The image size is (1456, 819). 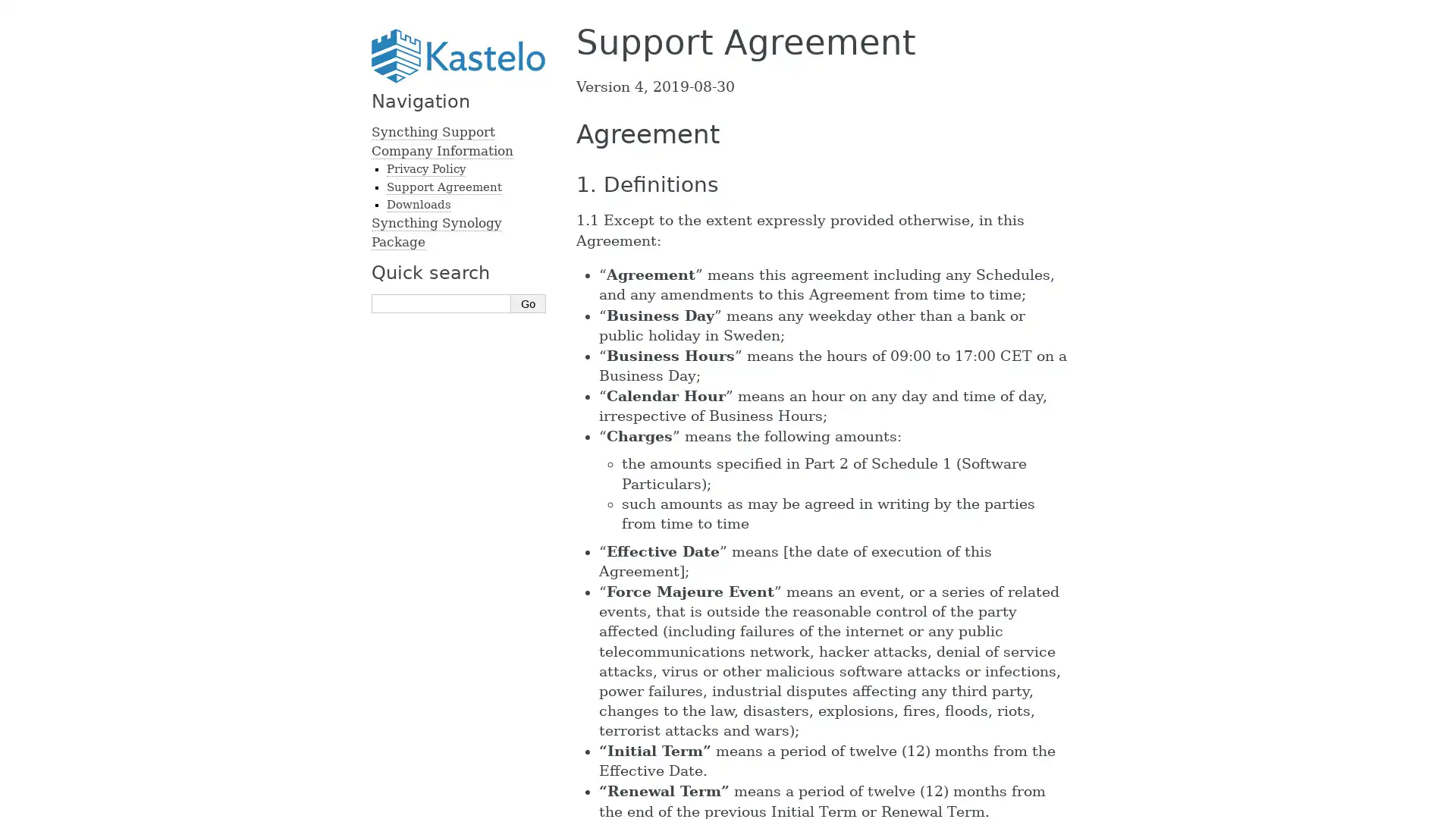 I want to click on Go, so click(x=528, y=303).